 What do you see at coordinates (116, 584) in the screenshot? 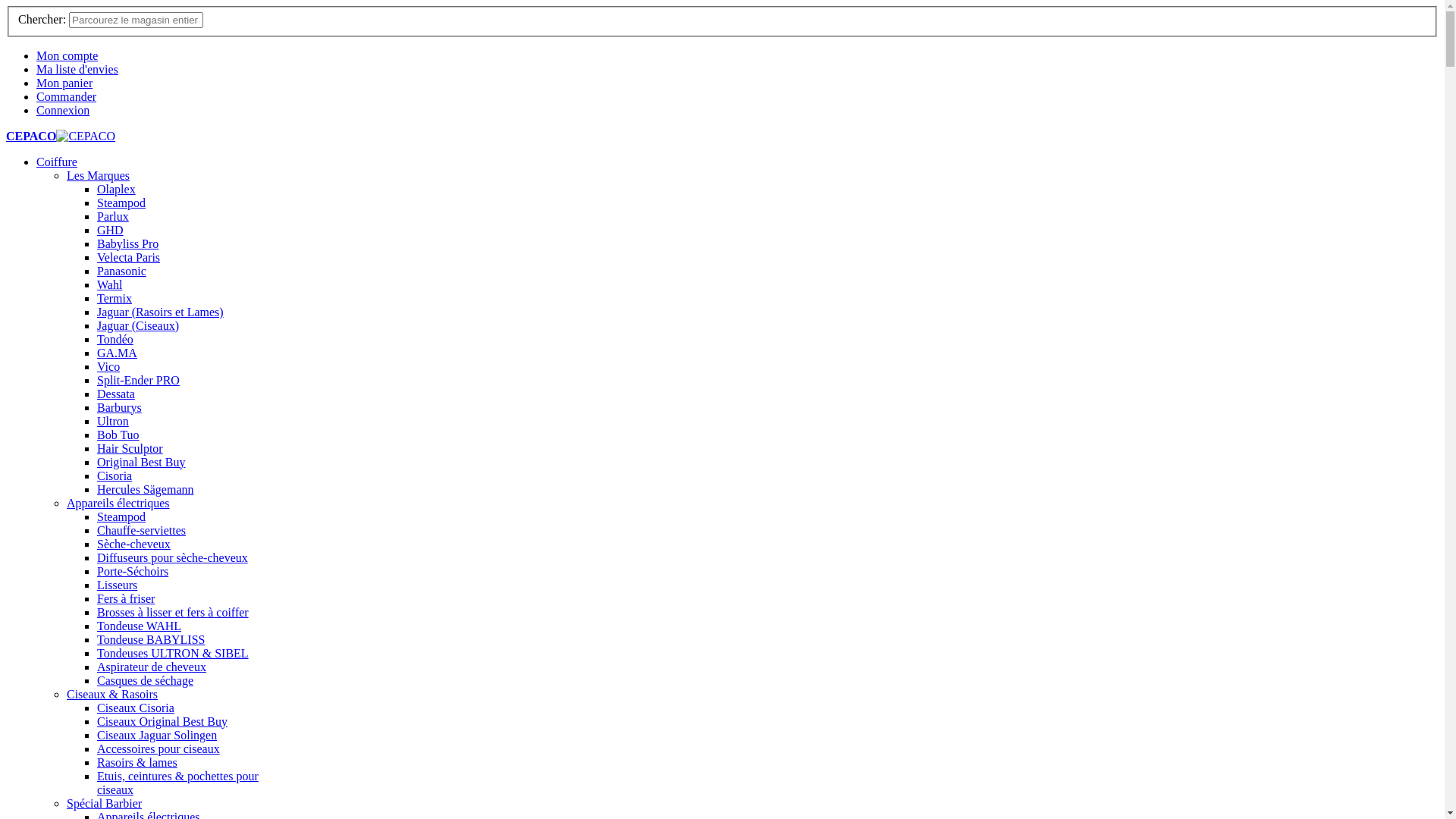
I see `'Lisseurs'` at bounding box center [116, 584].